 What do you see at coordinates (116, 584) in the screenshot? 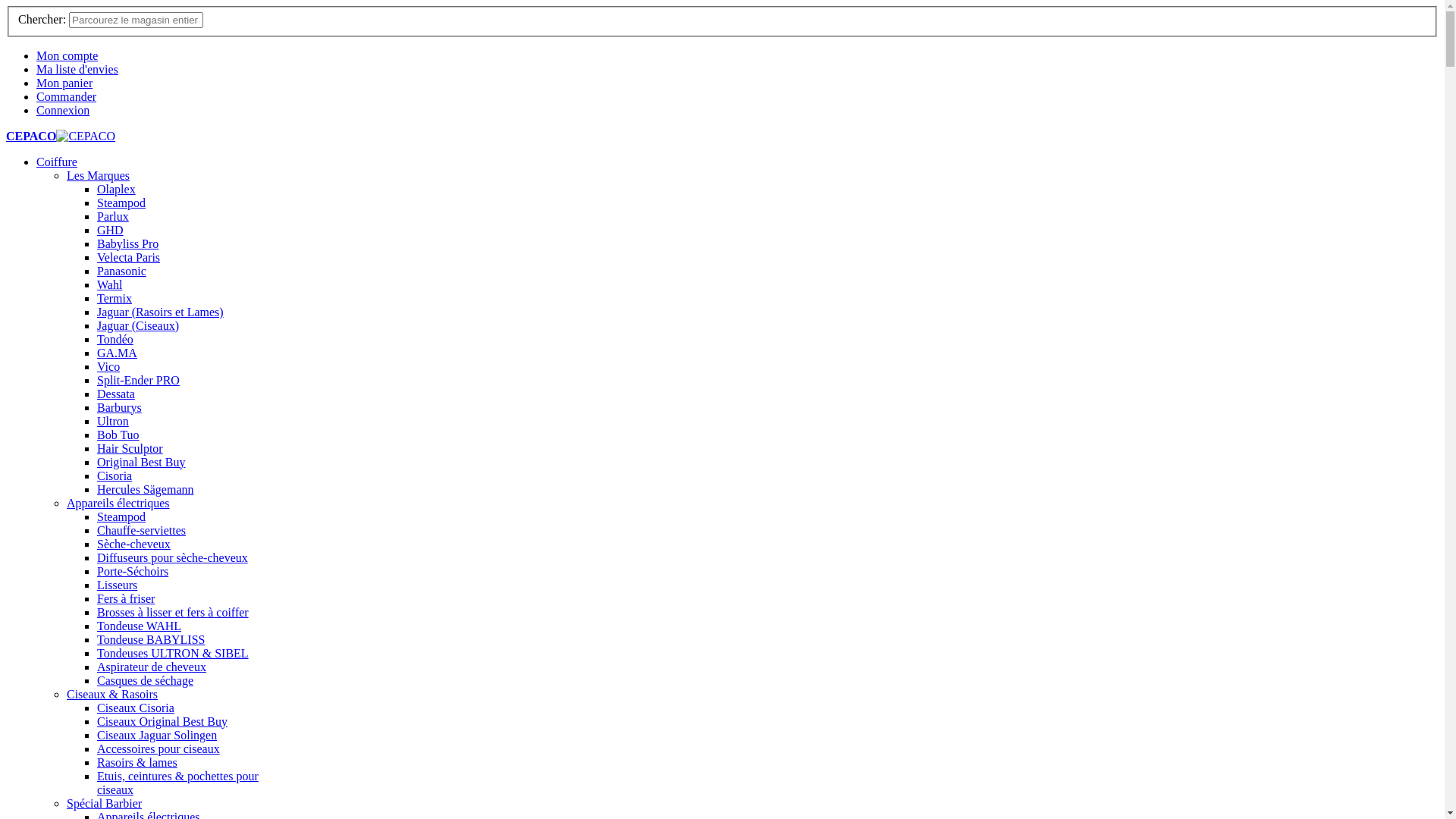
I see `'Lisseurs'` at bounding box center [116, 584].